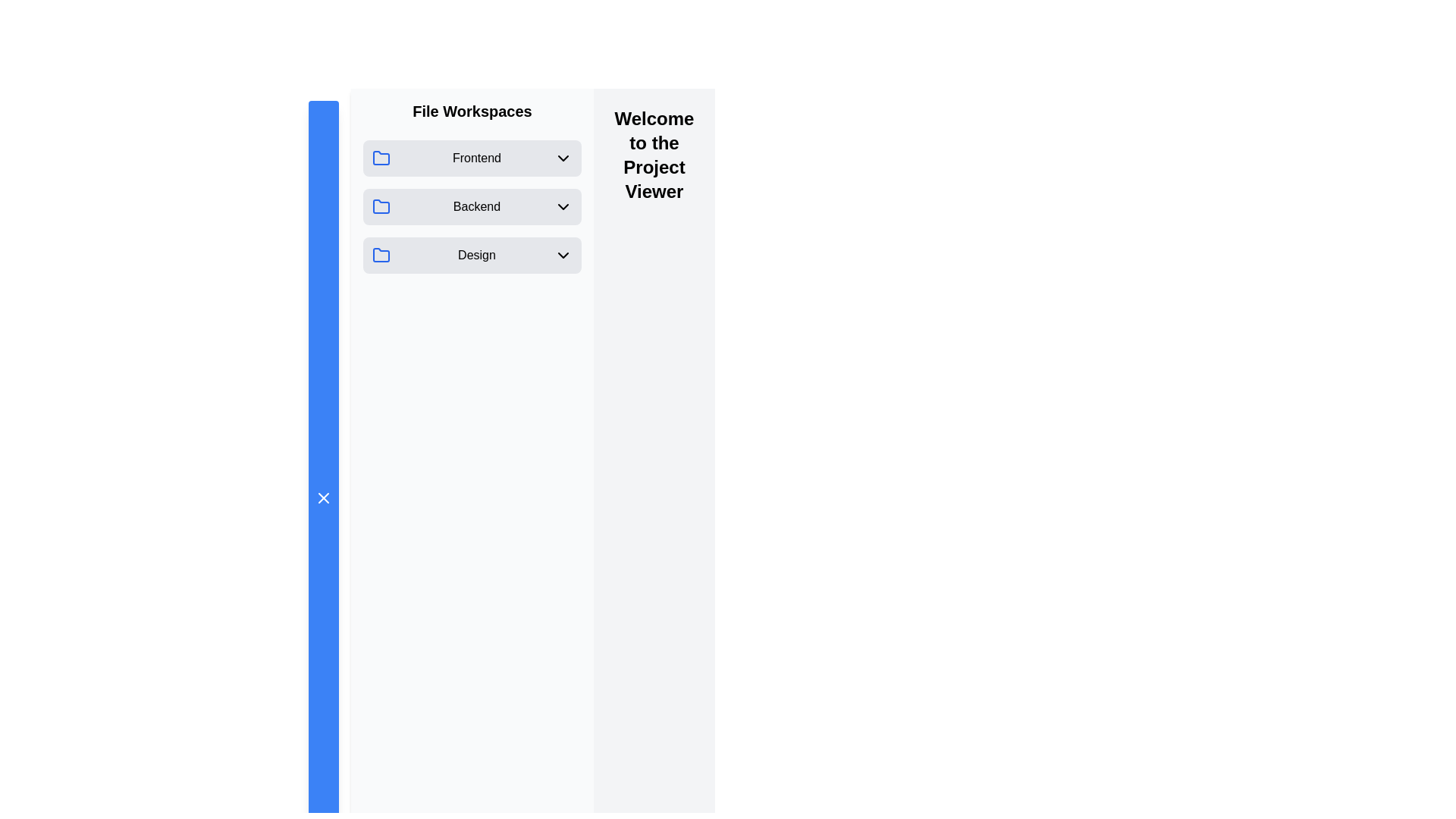 This screenshot has width=1456, height=819. Describe the element at coordinates (563, 254) in the screenshot. I see `the downward-pointing chevron icon located in the 'Design' section` at that location.